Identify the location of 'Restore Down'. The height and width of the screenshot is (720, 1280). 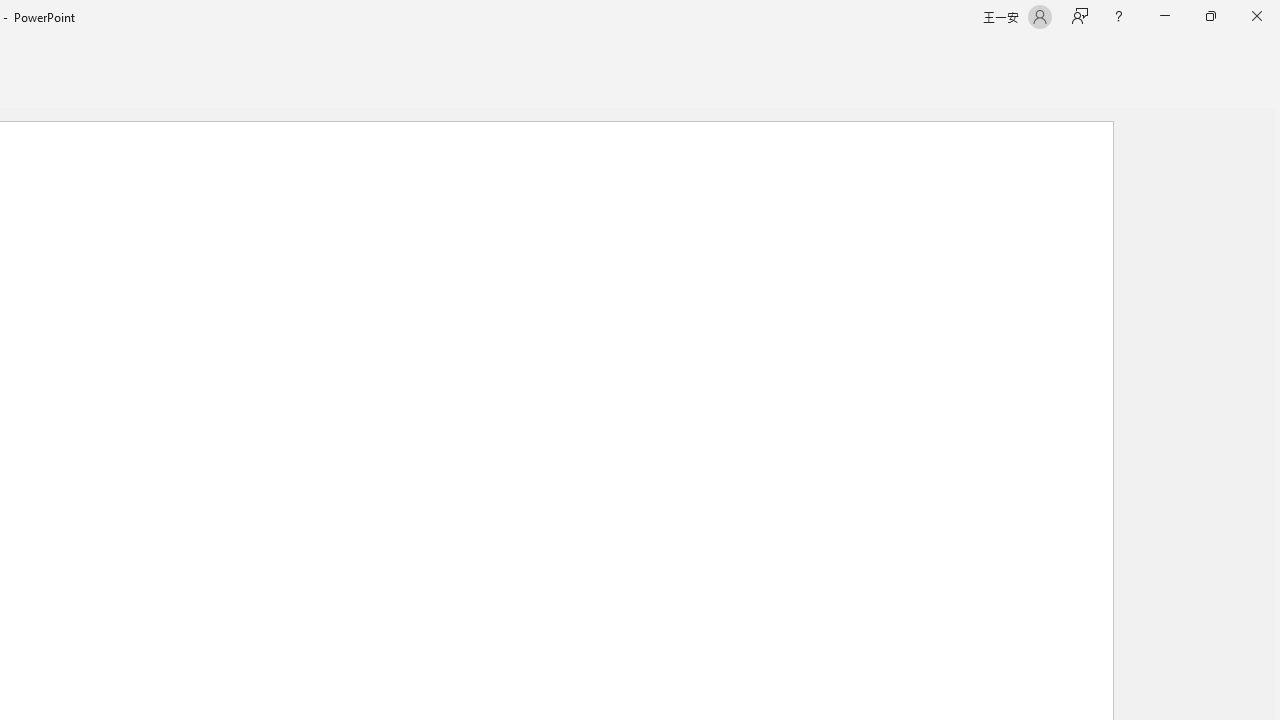
(1209, 16).